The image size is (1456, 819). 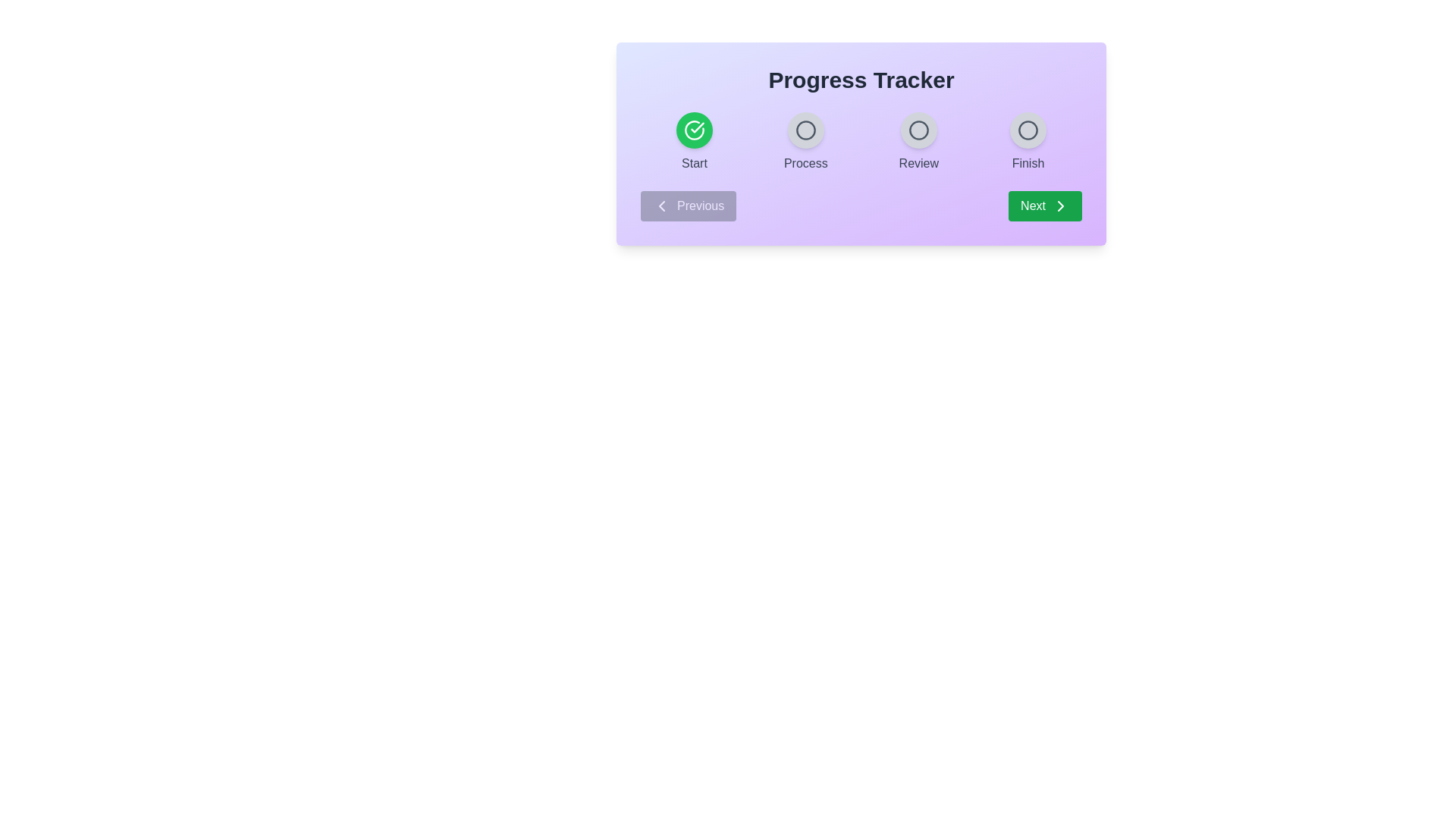 I want to click on the leftward-pointing chevron icon, which is centrally located near the bottom-left corner of the panel, adjacent to the 'Previous' button and other navigation options, so click(x=662, y=206).